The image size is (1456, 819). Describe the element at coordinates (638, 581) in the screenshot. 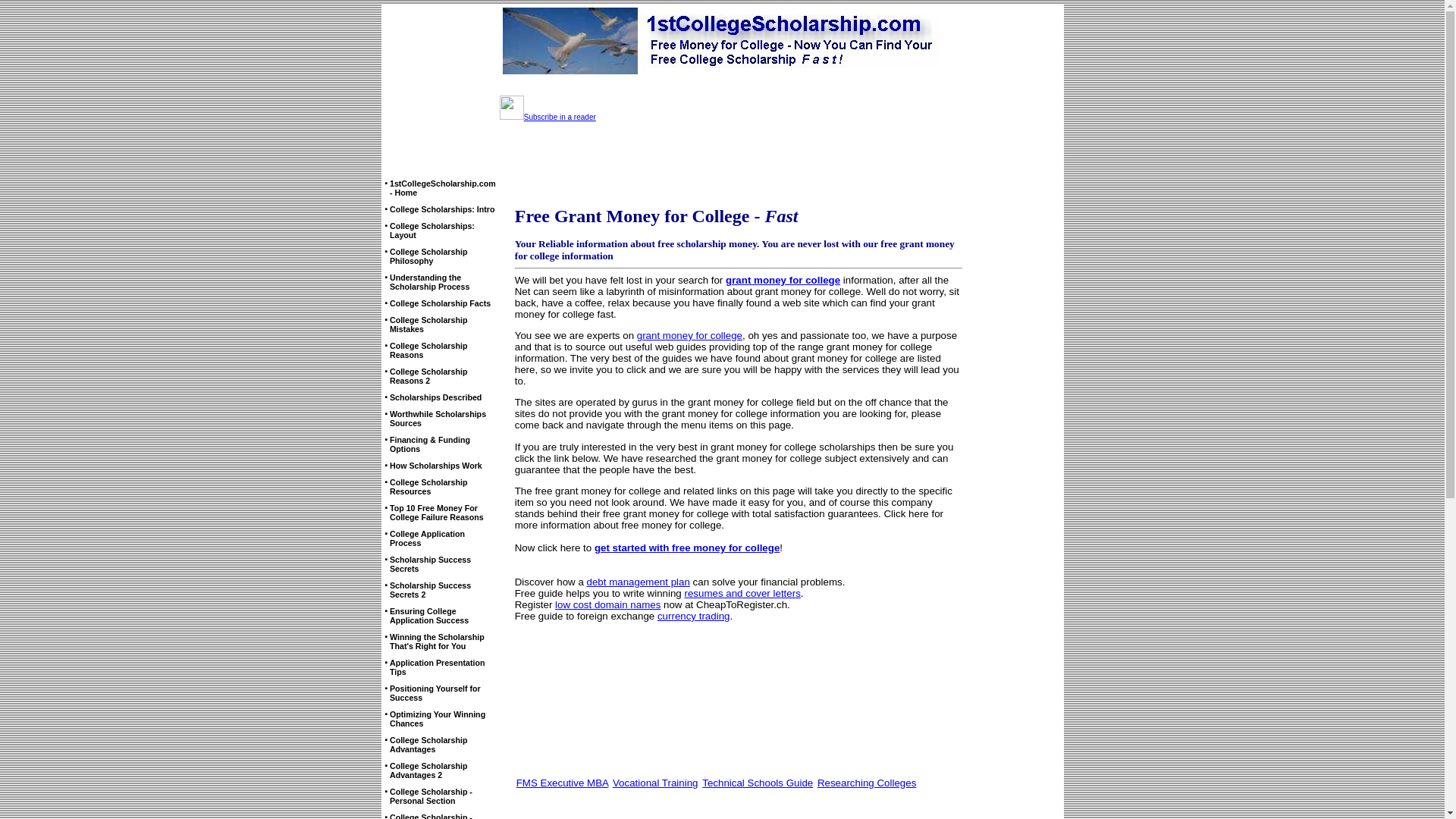

I see `'debt management plan'` at that location.